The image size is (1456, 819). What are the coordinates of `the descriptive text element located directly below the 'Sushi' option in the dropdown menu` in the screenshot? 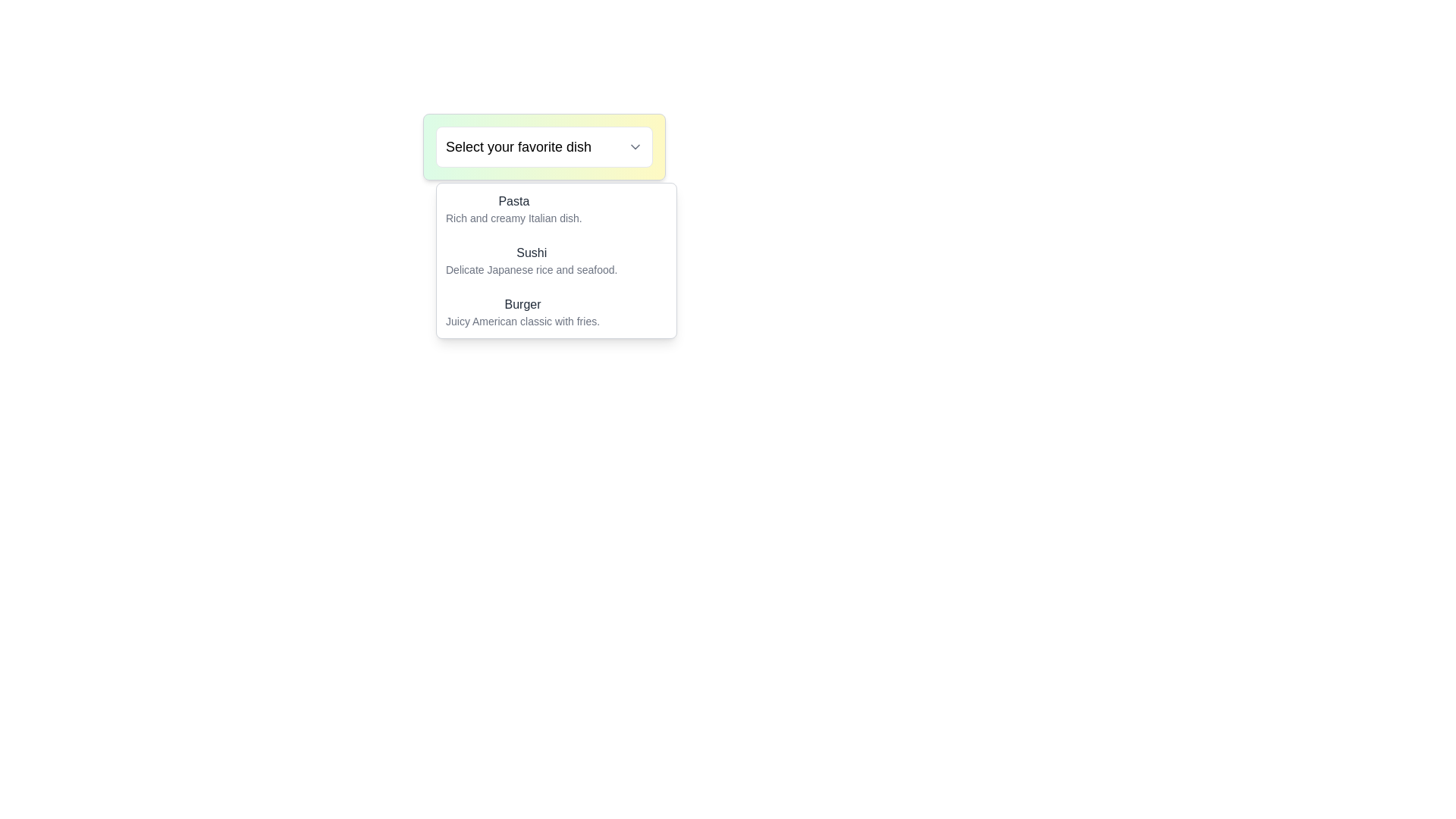 It's located at (532, 268).